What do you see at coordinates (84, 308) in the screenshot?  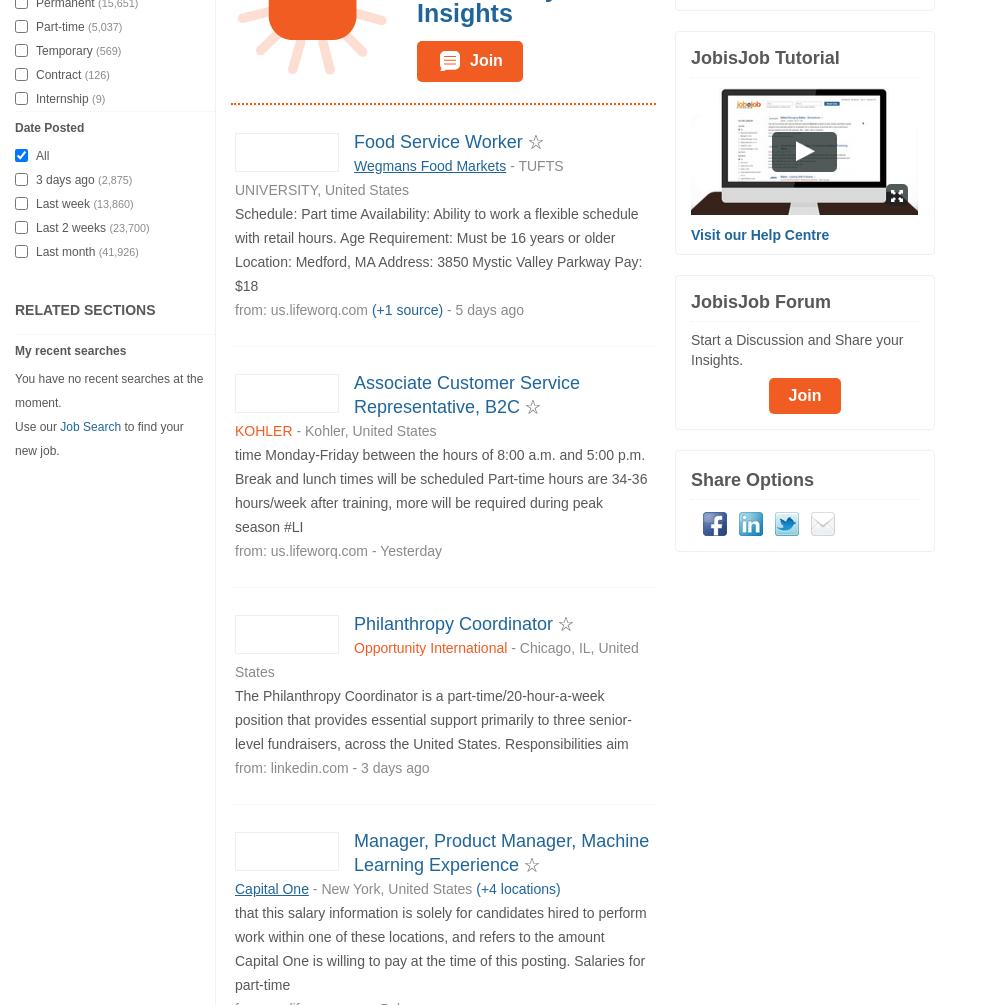 I see `'Related sections'` at bounding box center [84, 308].